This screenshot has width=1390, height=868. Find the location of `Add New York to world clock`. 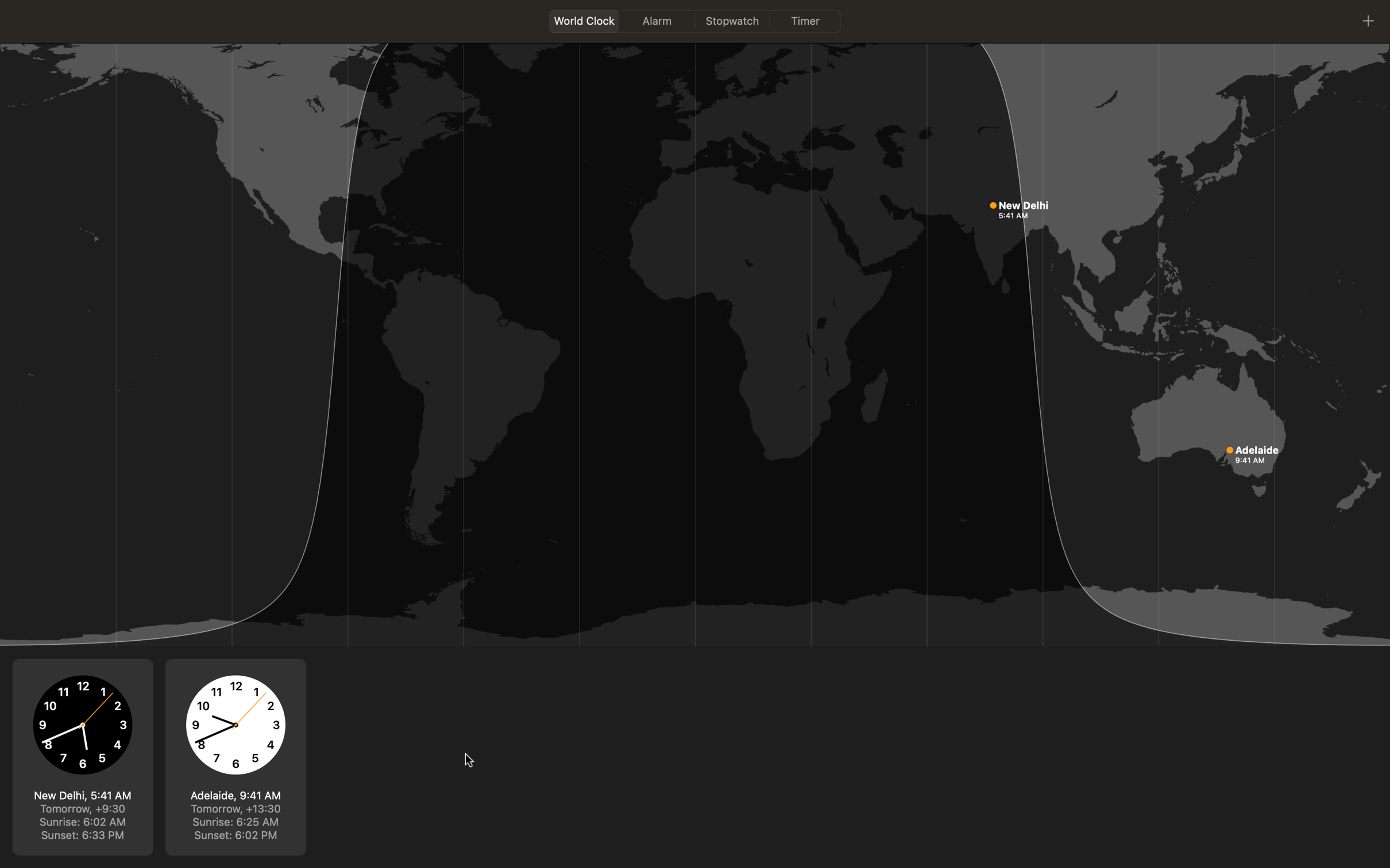

Add New York to world clock is located at coordinates (1368, 19).